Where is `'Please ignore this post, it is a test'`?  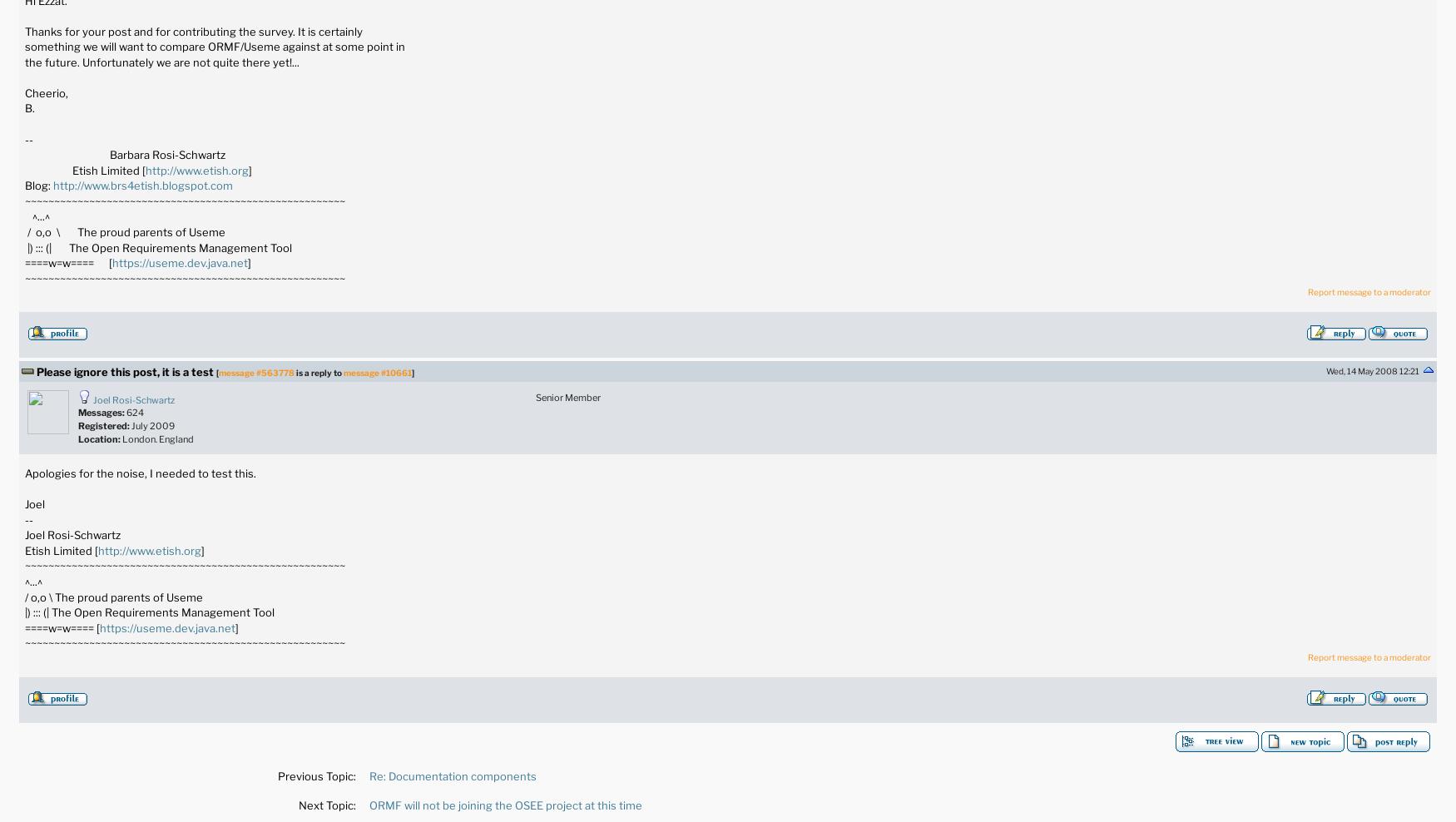
'Please ignore this post, it is a test' is located at coordinates (124, 370).